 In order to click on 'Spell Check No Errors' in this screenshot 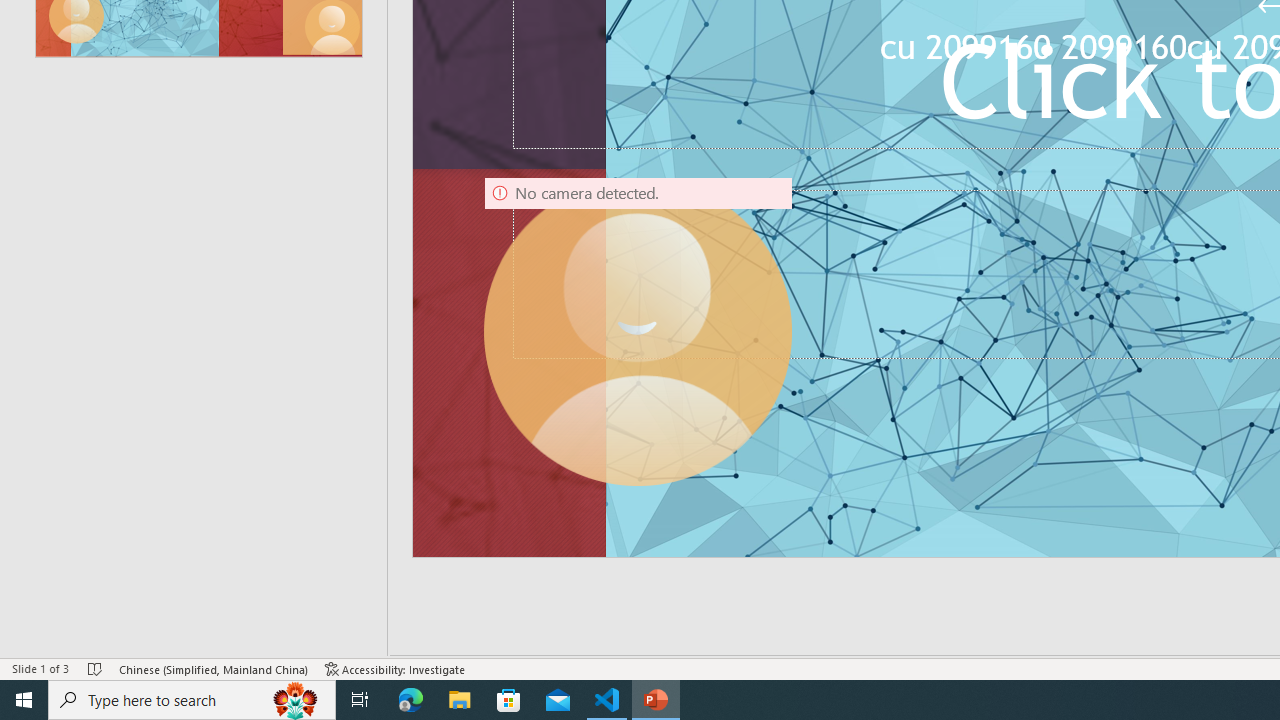, I will do `click(95, 669)`.